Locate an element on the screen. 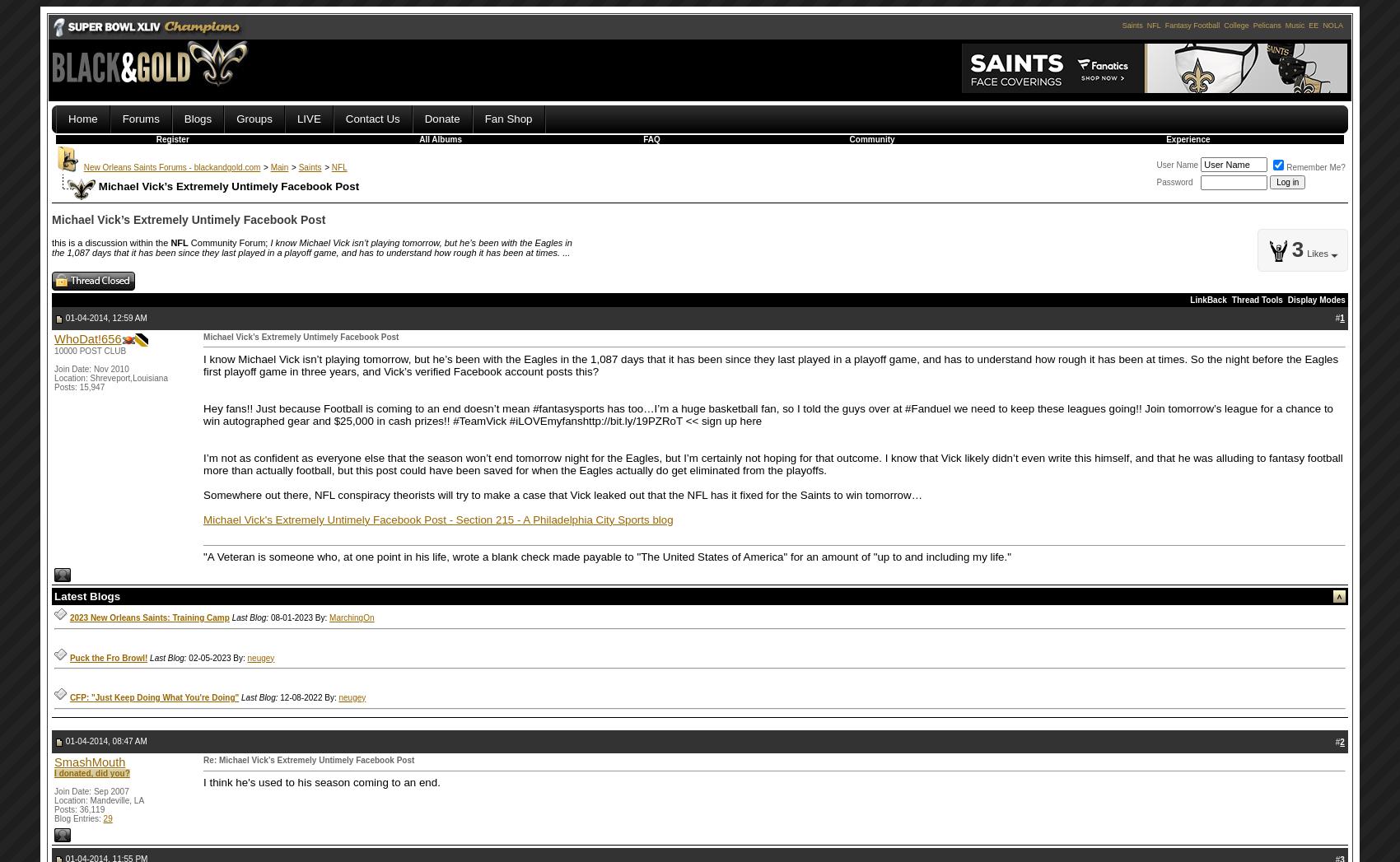  'Fan Shop' is located at coordinates (506, 119).